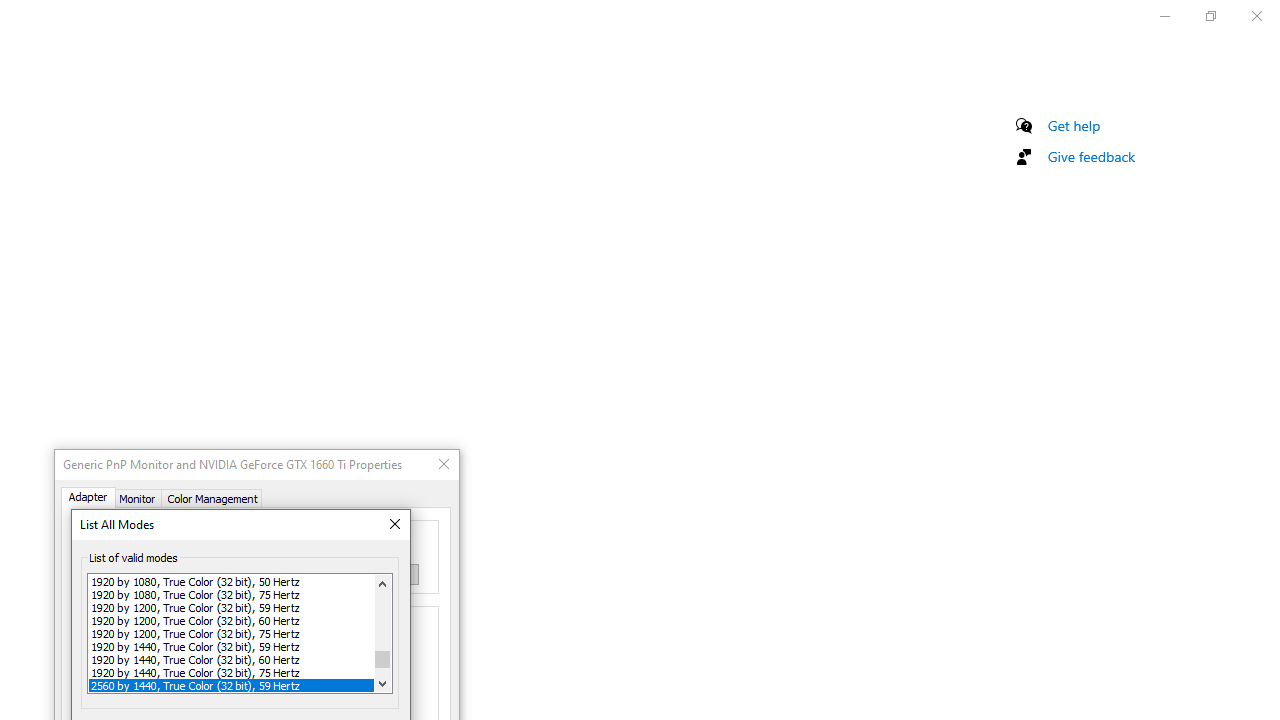 Image resolution: width=1280 pixels, height=720 pixels. What do you see at coordinates (231, 659) in the screenshot?
I see `'1920 by 1440, True Color (32 bit), 60 Hertz'` at bounding box center [231, 659].